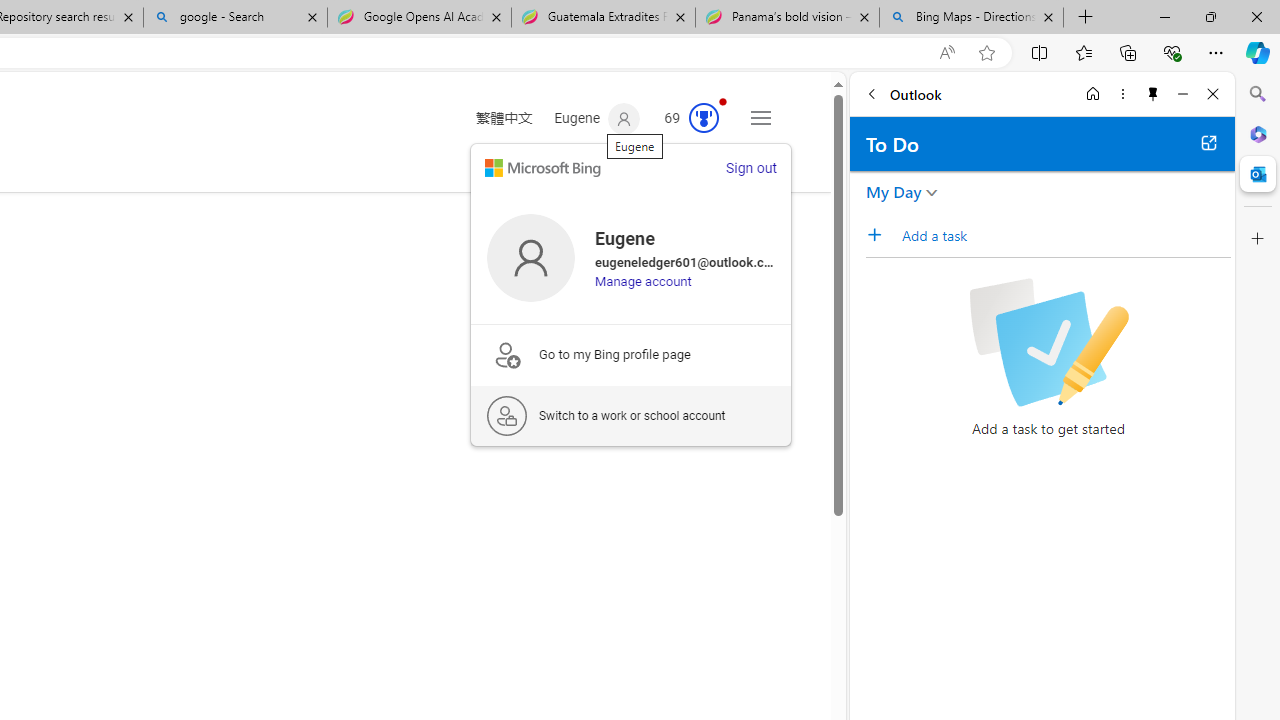 The height and width of the screenshot is (720, 1280). What do you see at coordinates (542, 167) in the screenshot?
I see `'microsoft logo'` at bounding box center [542, 167].